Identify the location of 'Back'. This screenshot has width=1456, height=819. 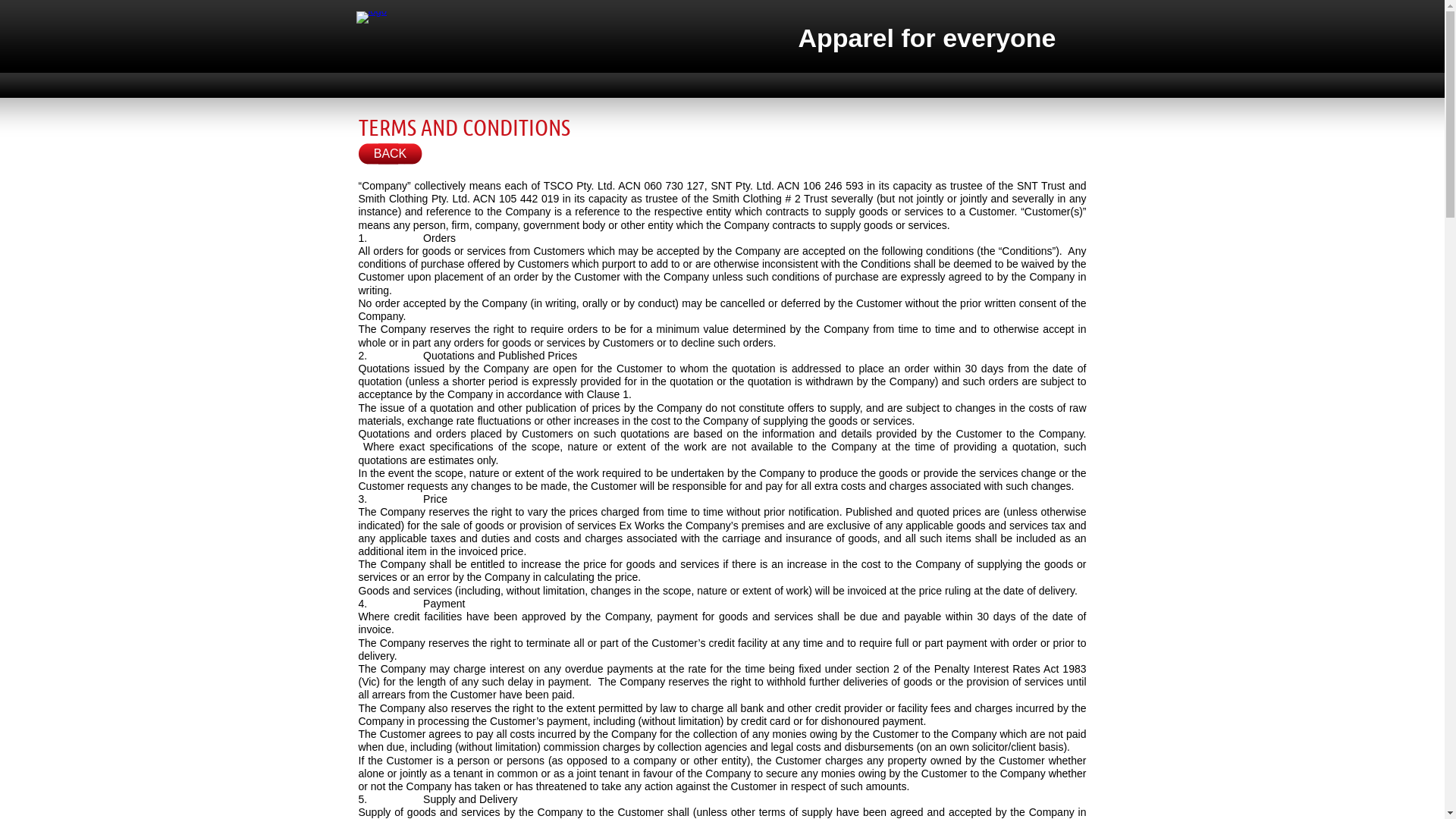
(389, 154).